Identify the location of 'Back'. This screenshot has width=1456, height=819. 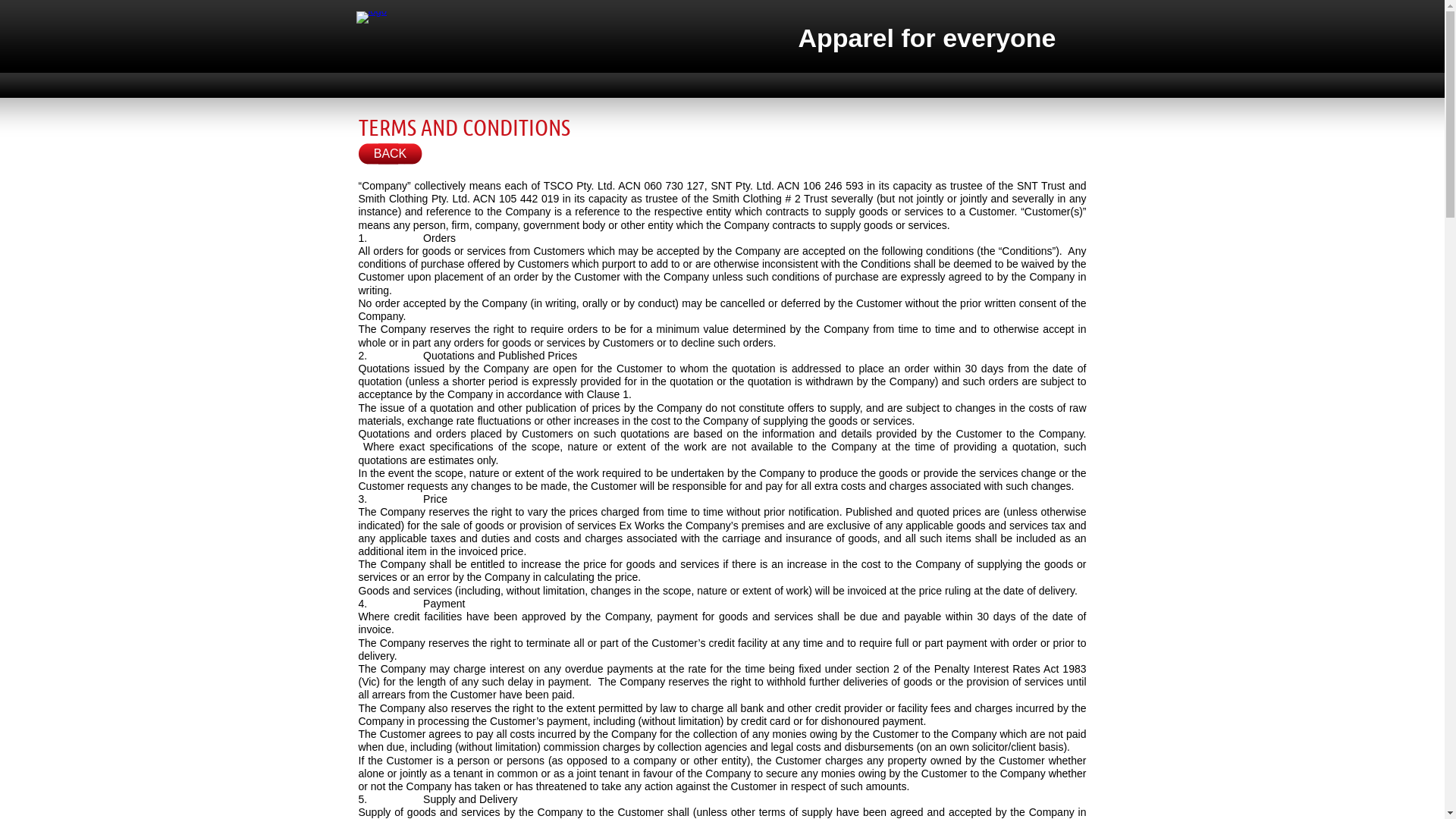
(389, 154).